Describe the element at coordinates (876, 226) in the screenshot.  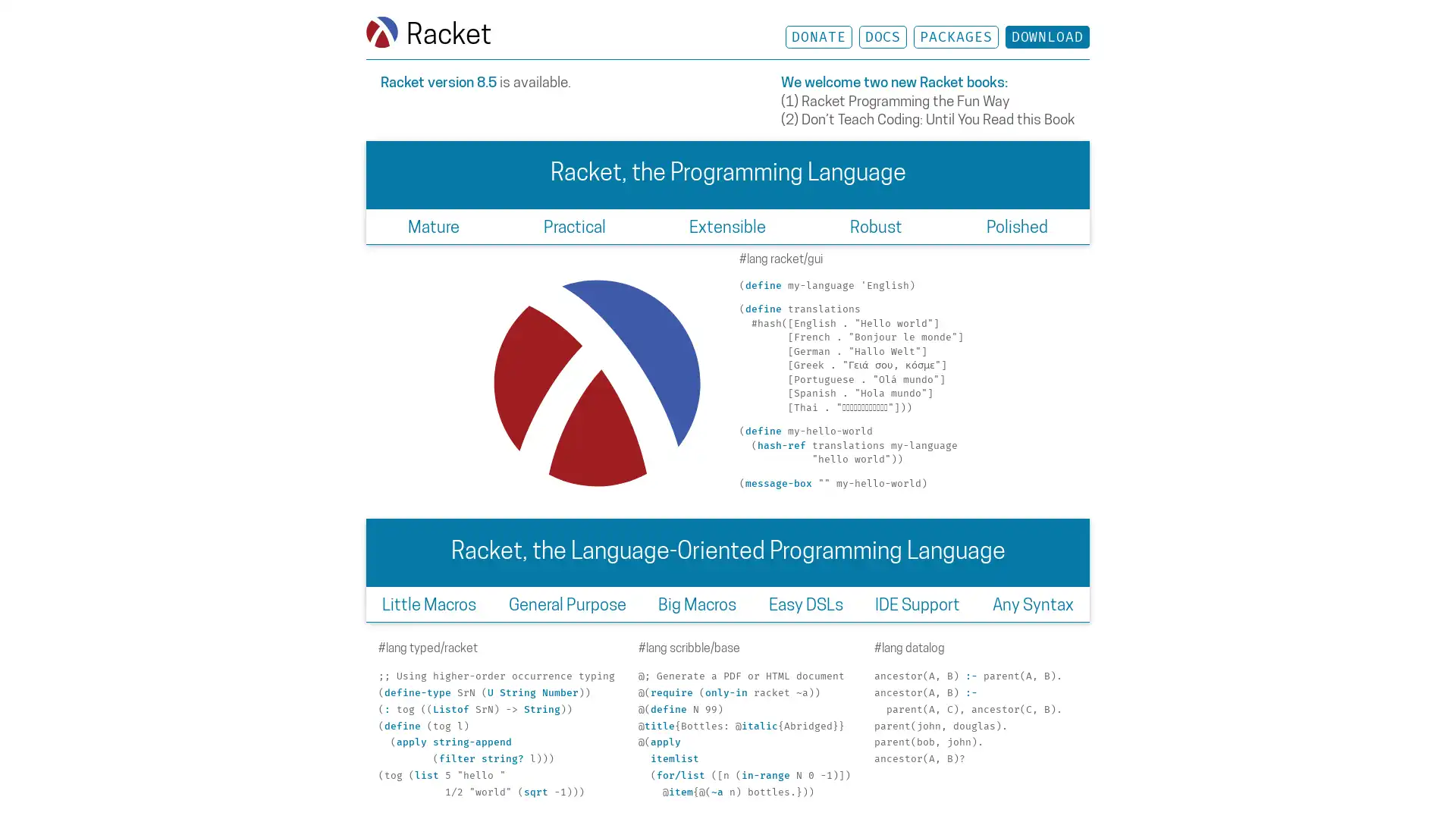
I see `Robust` at that location.